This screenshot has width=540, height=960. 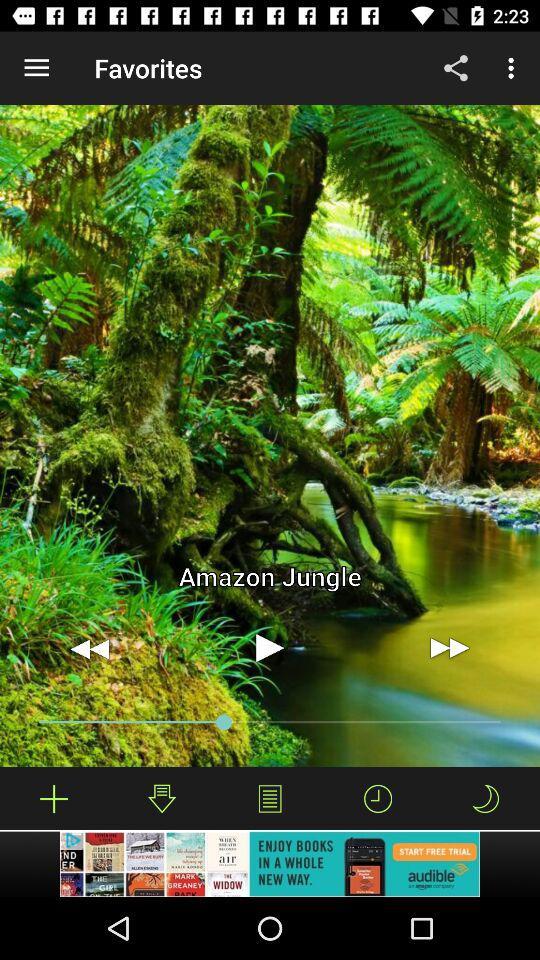 What do you see at coordinates (484, 798) in the screenshot?
I see `enable do n't disturb mode` at bounding box center [484, 798].